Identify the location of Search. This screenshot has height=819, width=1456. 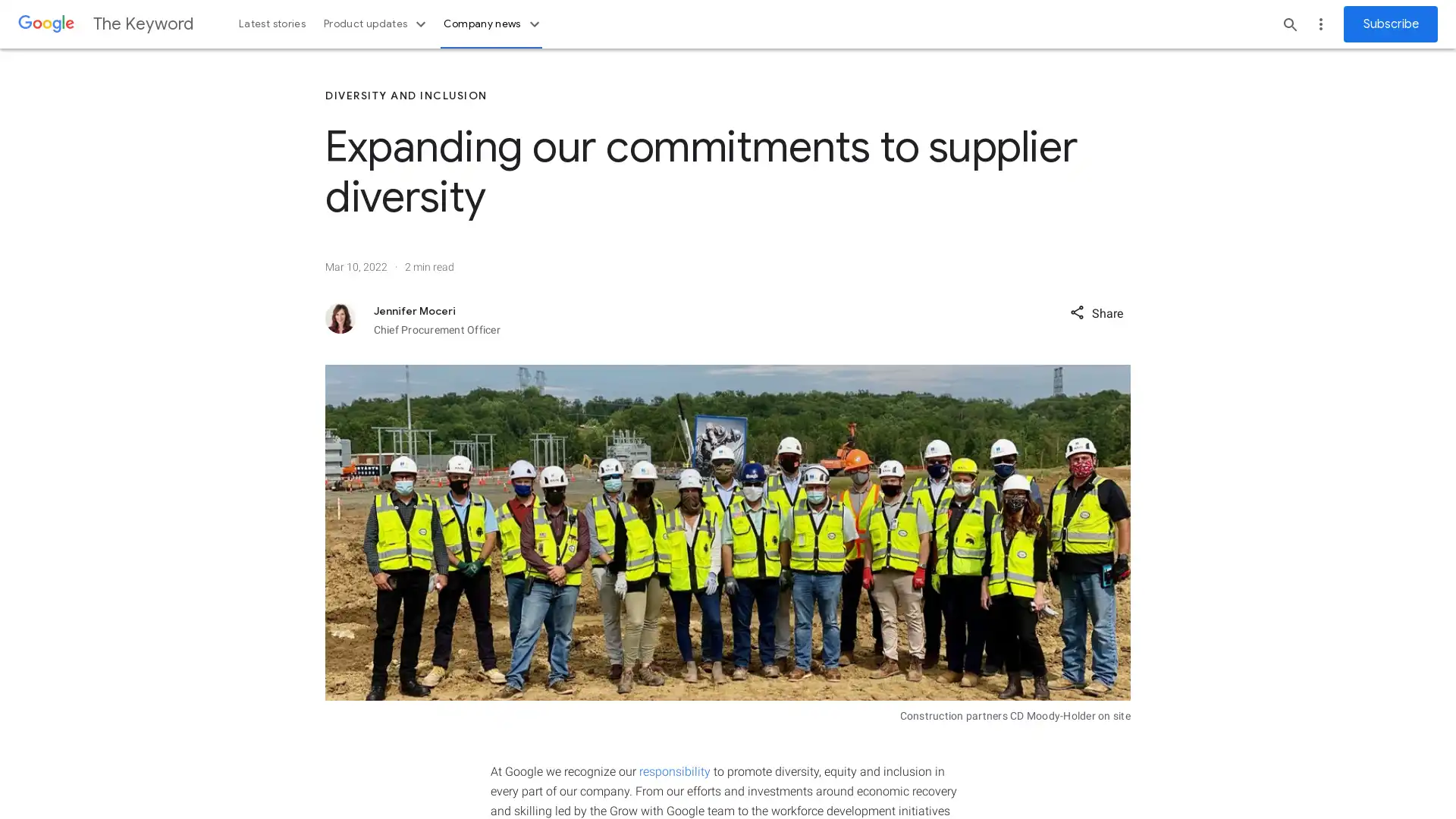
(1290, 24).